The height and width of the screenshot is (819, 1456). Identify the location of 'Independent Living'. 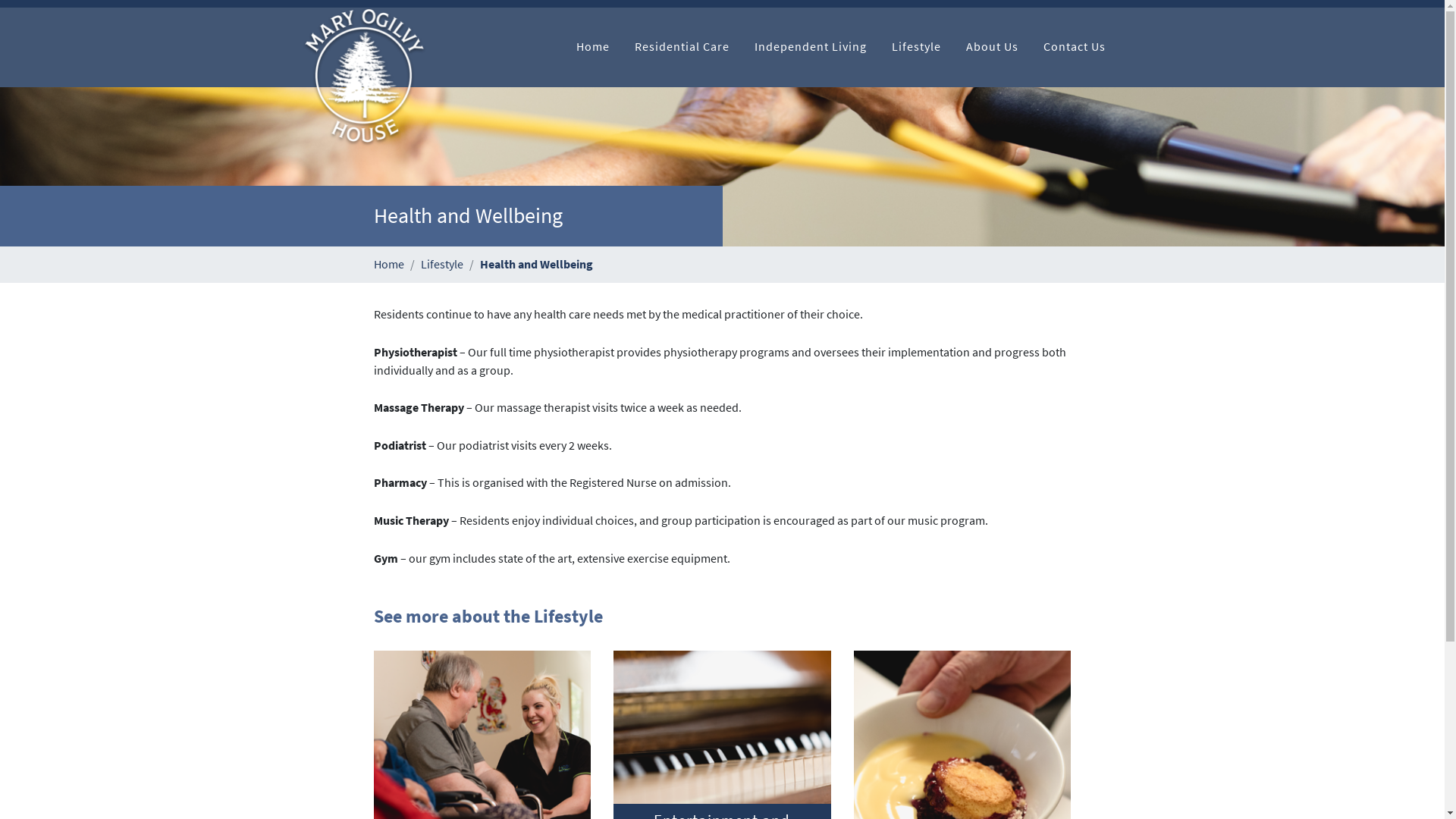
(810, 45).